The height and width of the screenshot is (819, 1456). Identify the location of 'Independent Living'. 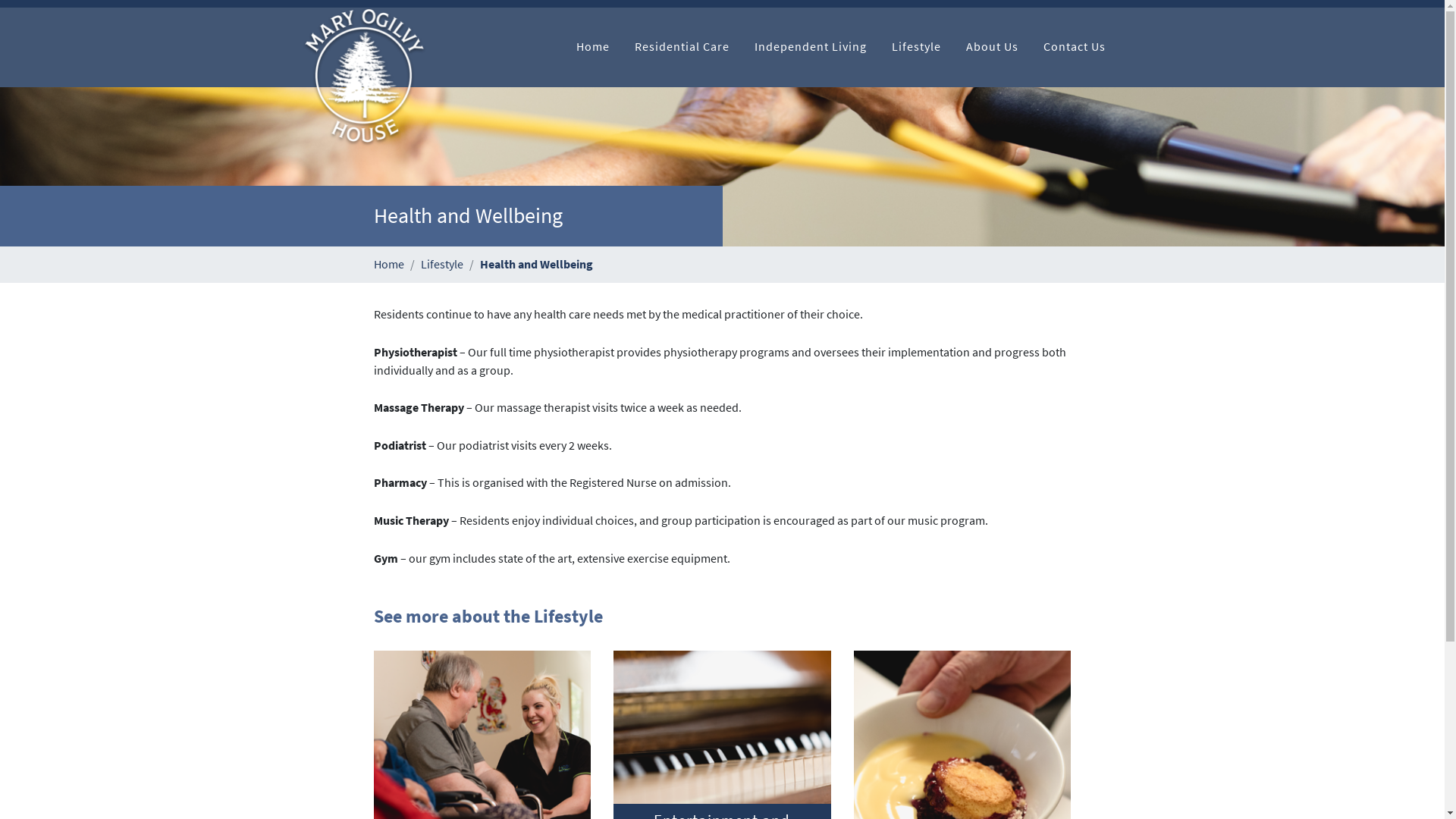
(810, 45).